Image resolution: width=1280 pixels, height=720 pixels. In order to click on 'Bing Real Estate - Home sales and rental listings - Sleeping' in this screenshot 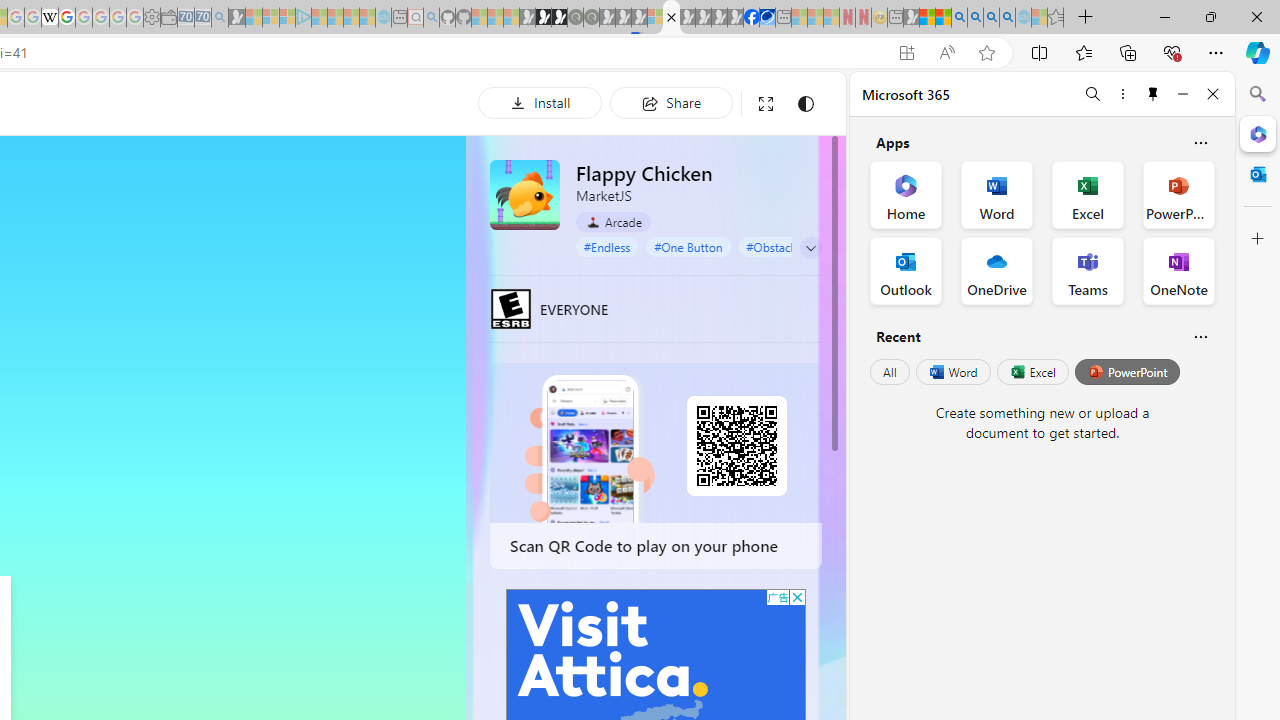, I will do `click(220, 17)`.